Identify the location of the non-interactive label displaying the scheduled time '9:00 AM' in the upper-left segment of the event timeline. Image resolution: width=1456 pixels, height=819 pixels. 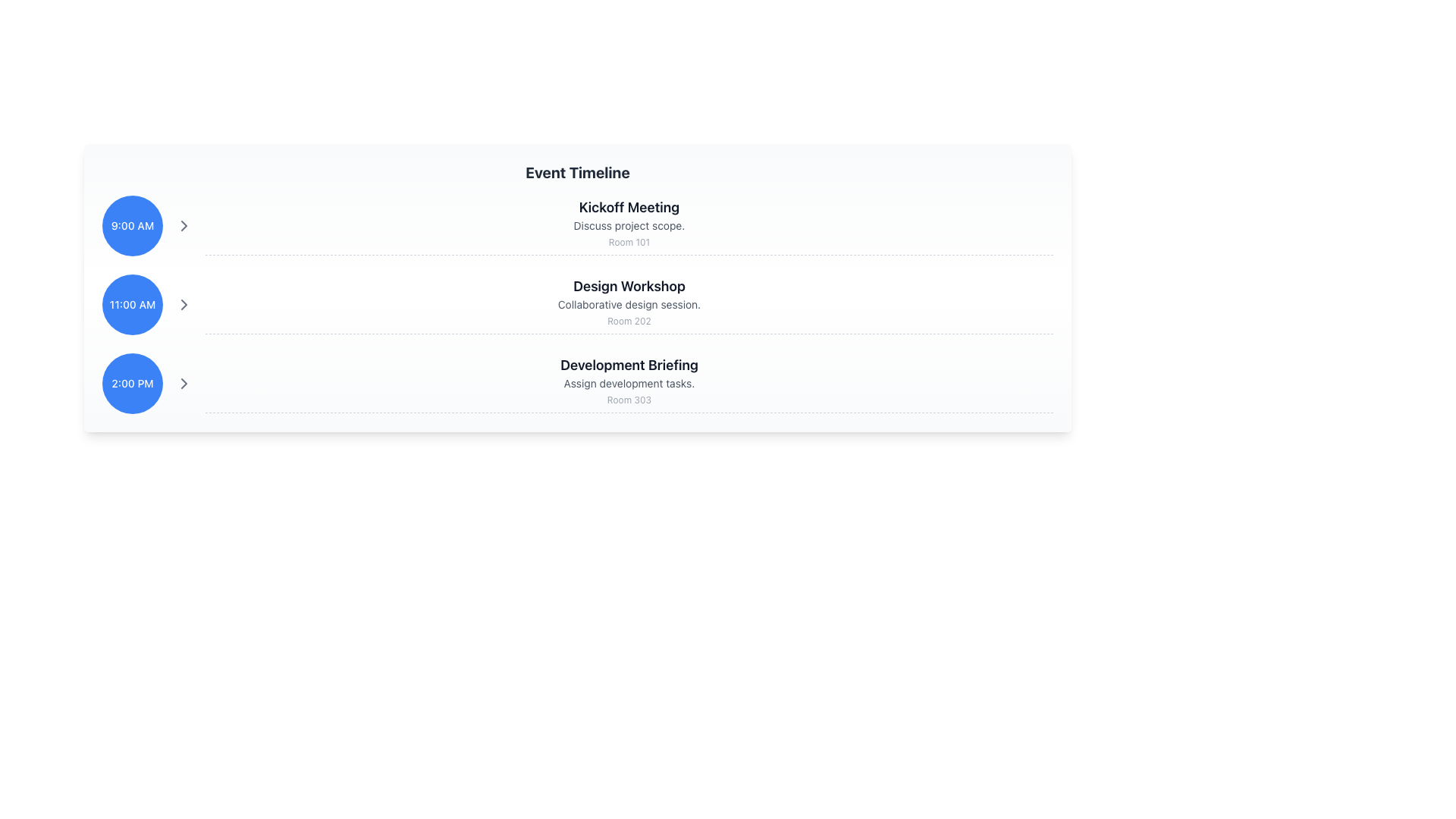
(132, 225).